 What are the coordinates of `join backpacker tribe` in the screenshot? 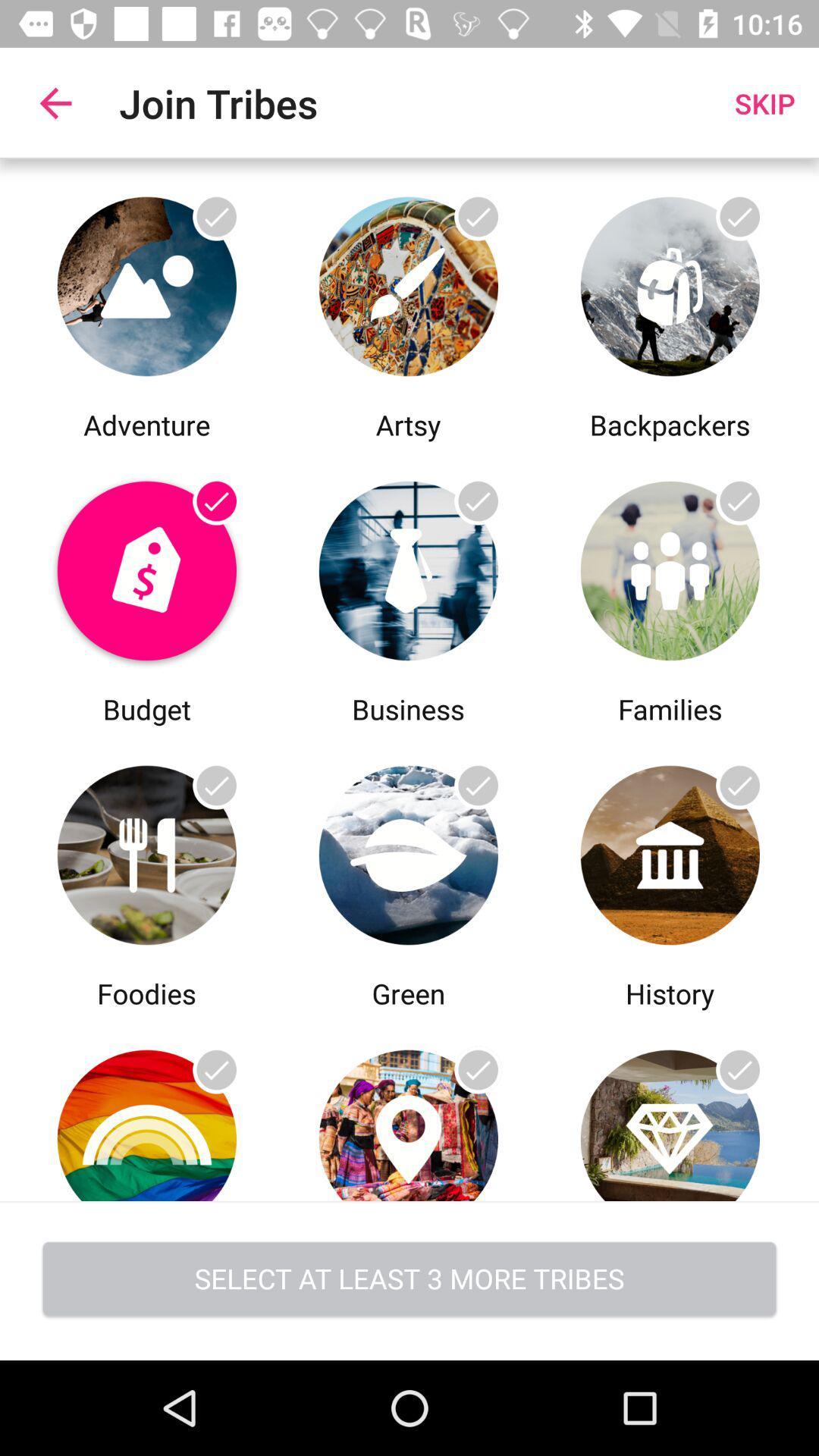 It's located at (669, 282).